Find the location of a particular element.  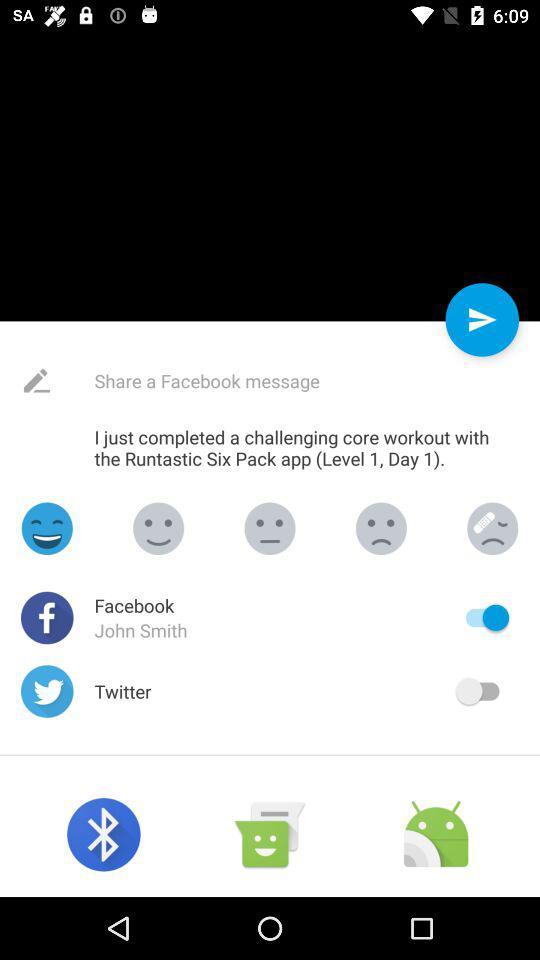

happy emoji is located at coordinates (47, 527).